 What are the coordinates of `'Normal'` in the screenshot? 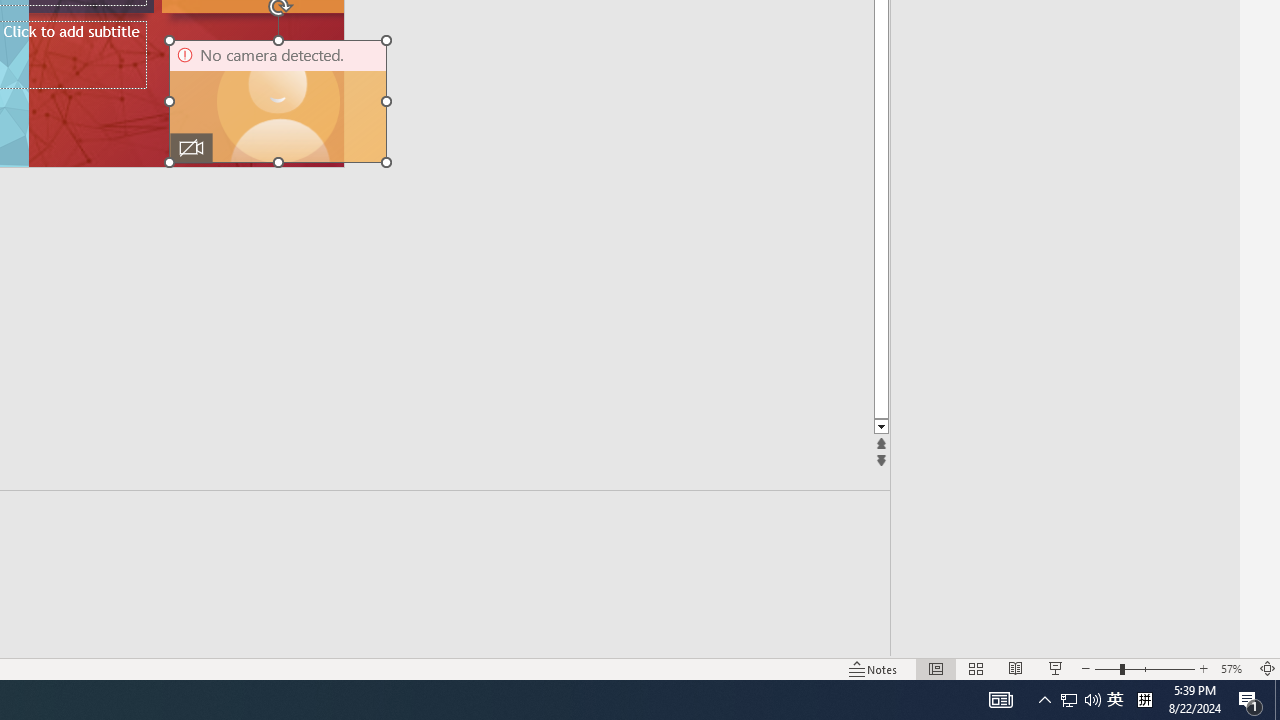 It's located at (935, 669).